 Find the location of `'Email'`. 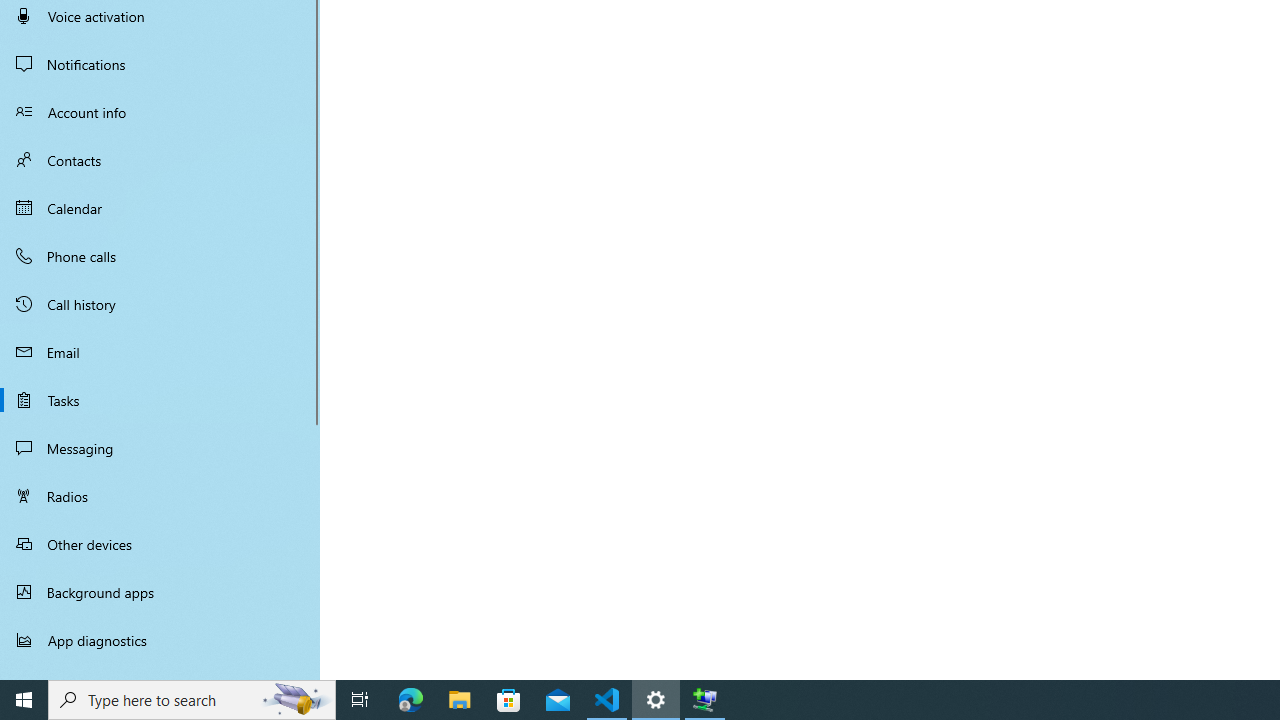

'Email' is located at coordinates (160, 351).